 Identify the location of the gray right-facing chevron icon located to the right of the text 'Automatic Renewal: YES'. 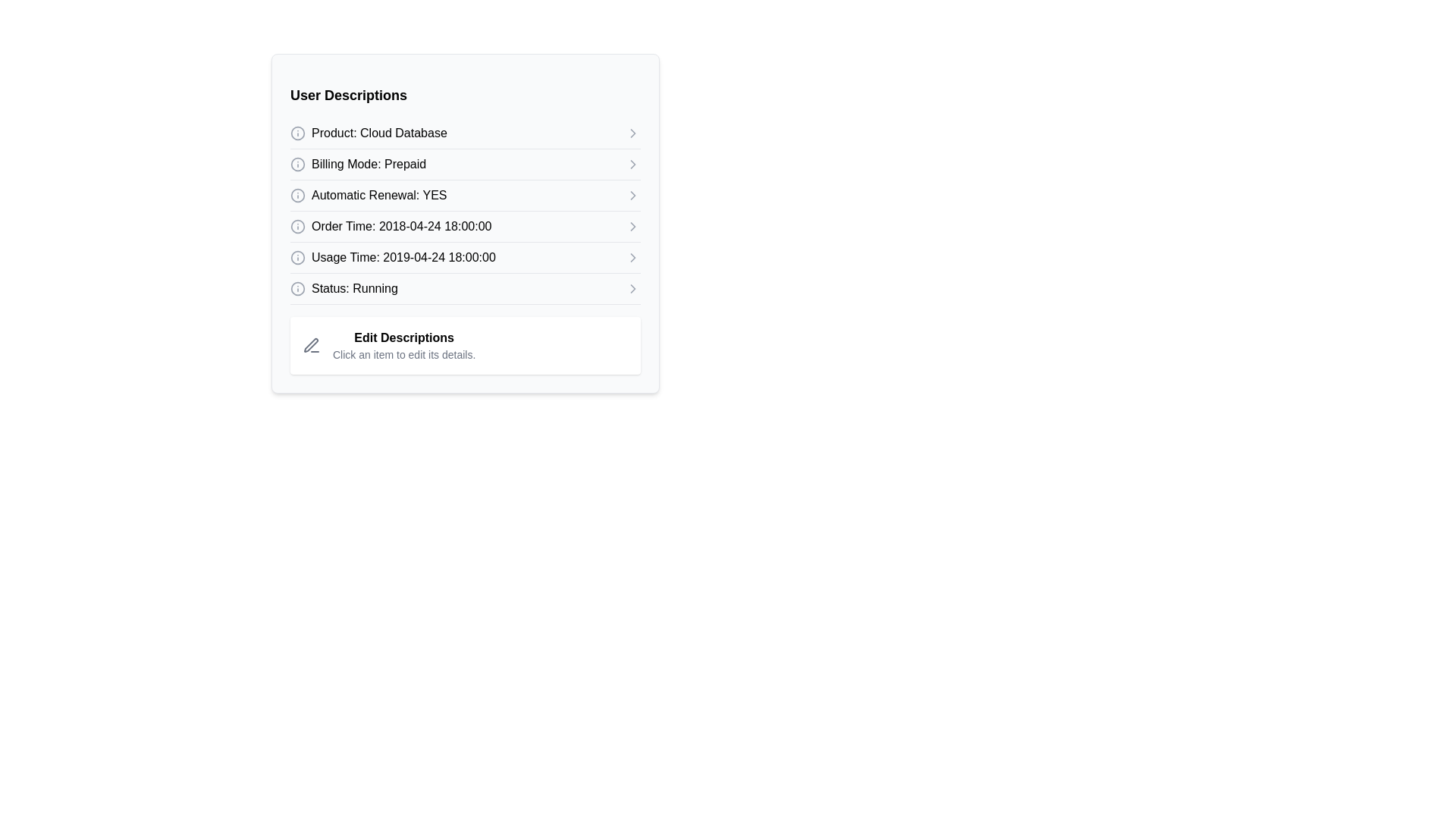
(633, 195).